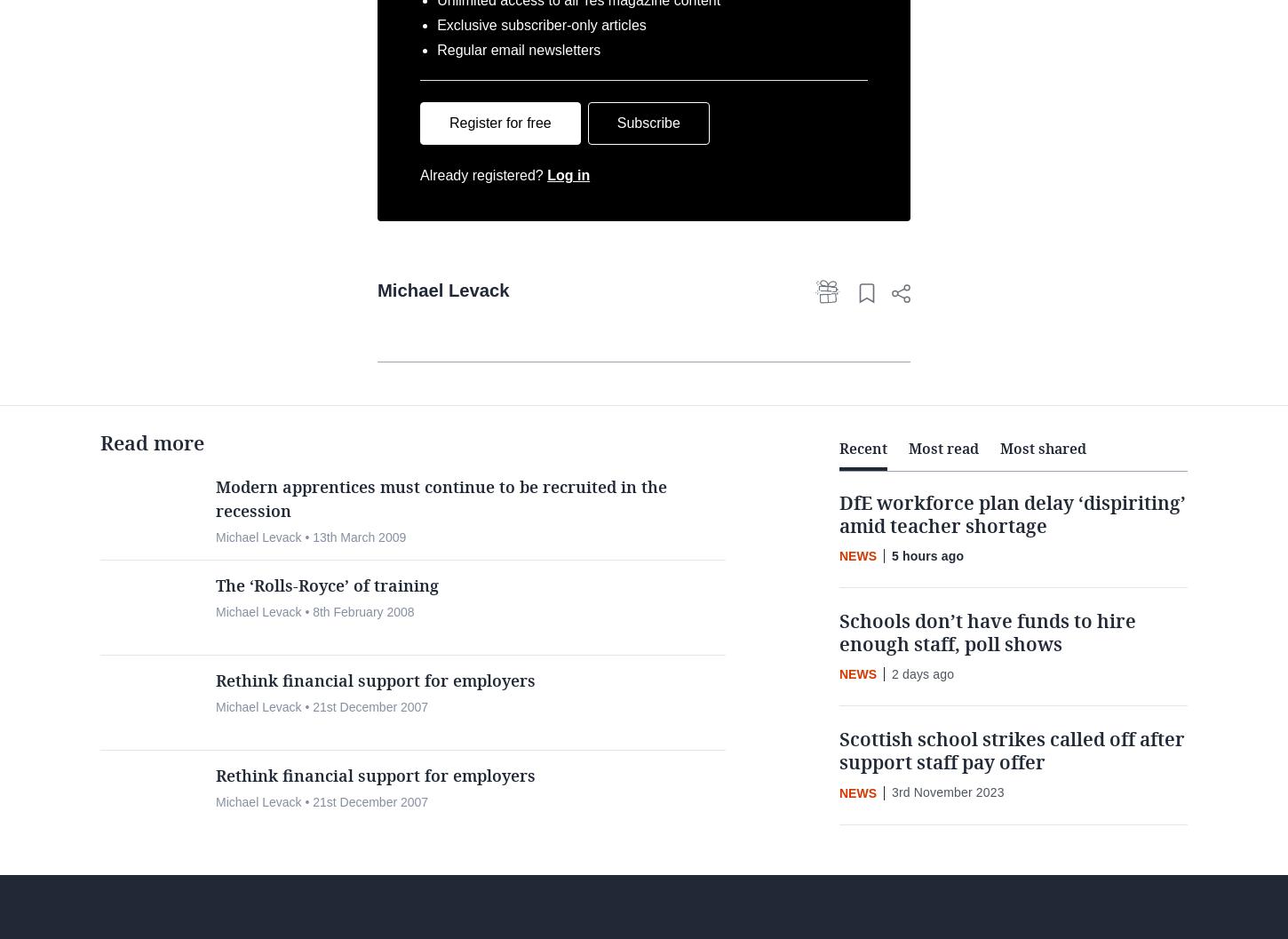  Describe the element at coordinates (1011, 577) in the screenshot. I see `'DfE workforce plan delay ‘dispiriting’ amid teacher shortage'` at that location.